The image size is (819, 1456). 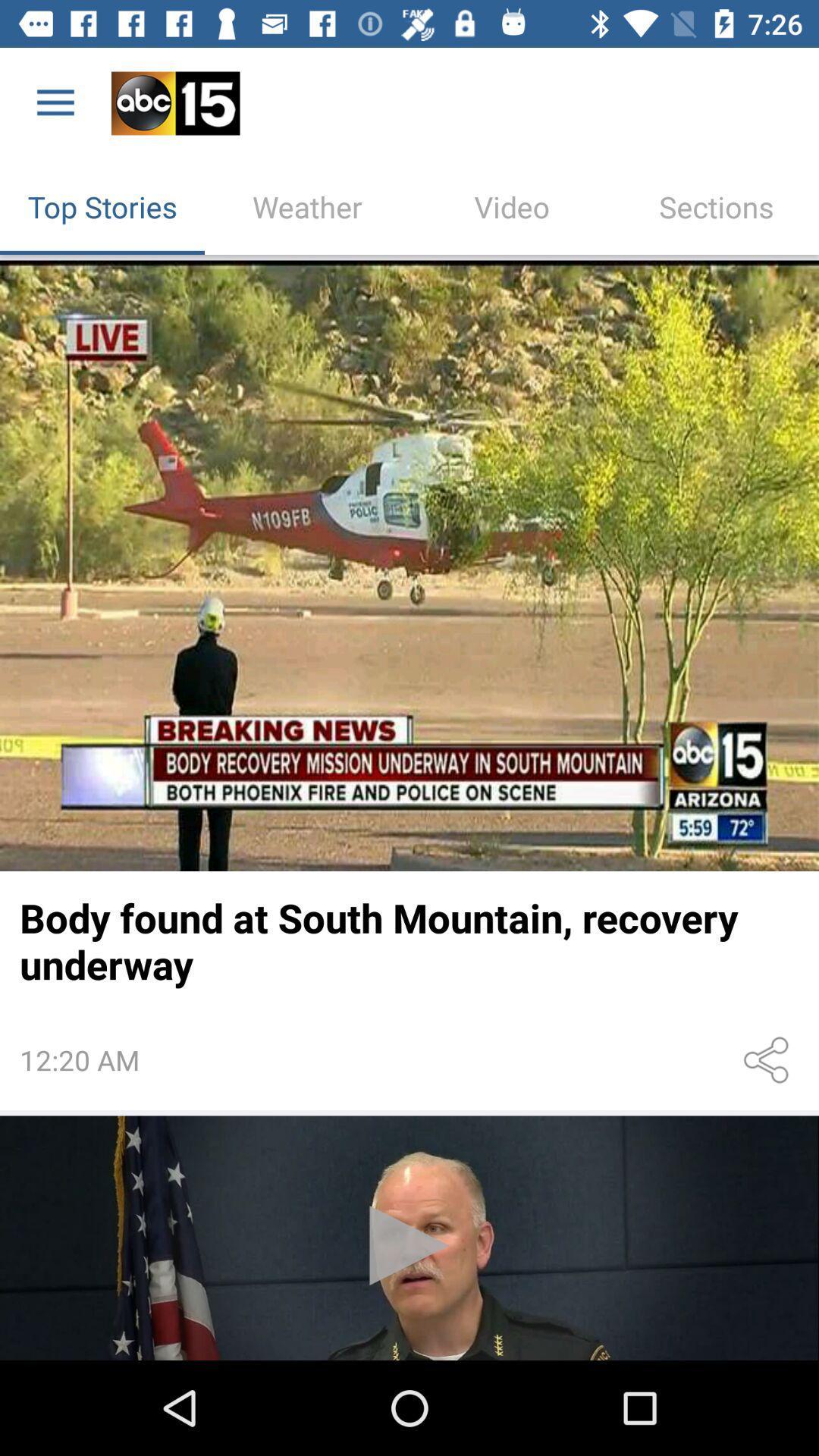 I want to click on play option, so click(x=409, y=1238).